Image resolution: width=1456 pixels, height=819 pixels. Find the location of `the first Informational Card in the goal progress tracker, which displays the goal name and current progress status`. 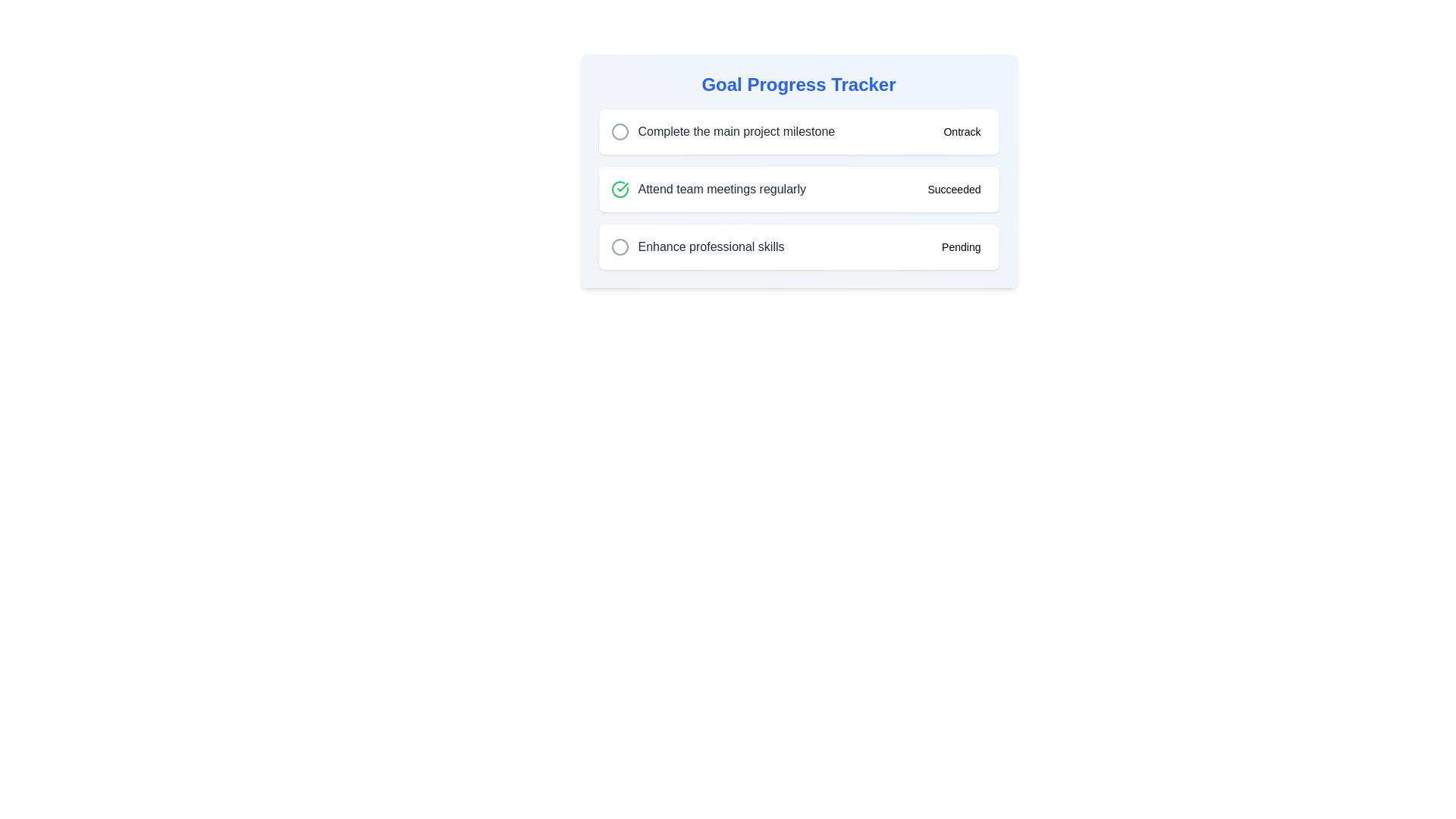

the first Informational Card in the goal progress tracker, which displays the goal name and current progress status is located at coordinates (798, 130).